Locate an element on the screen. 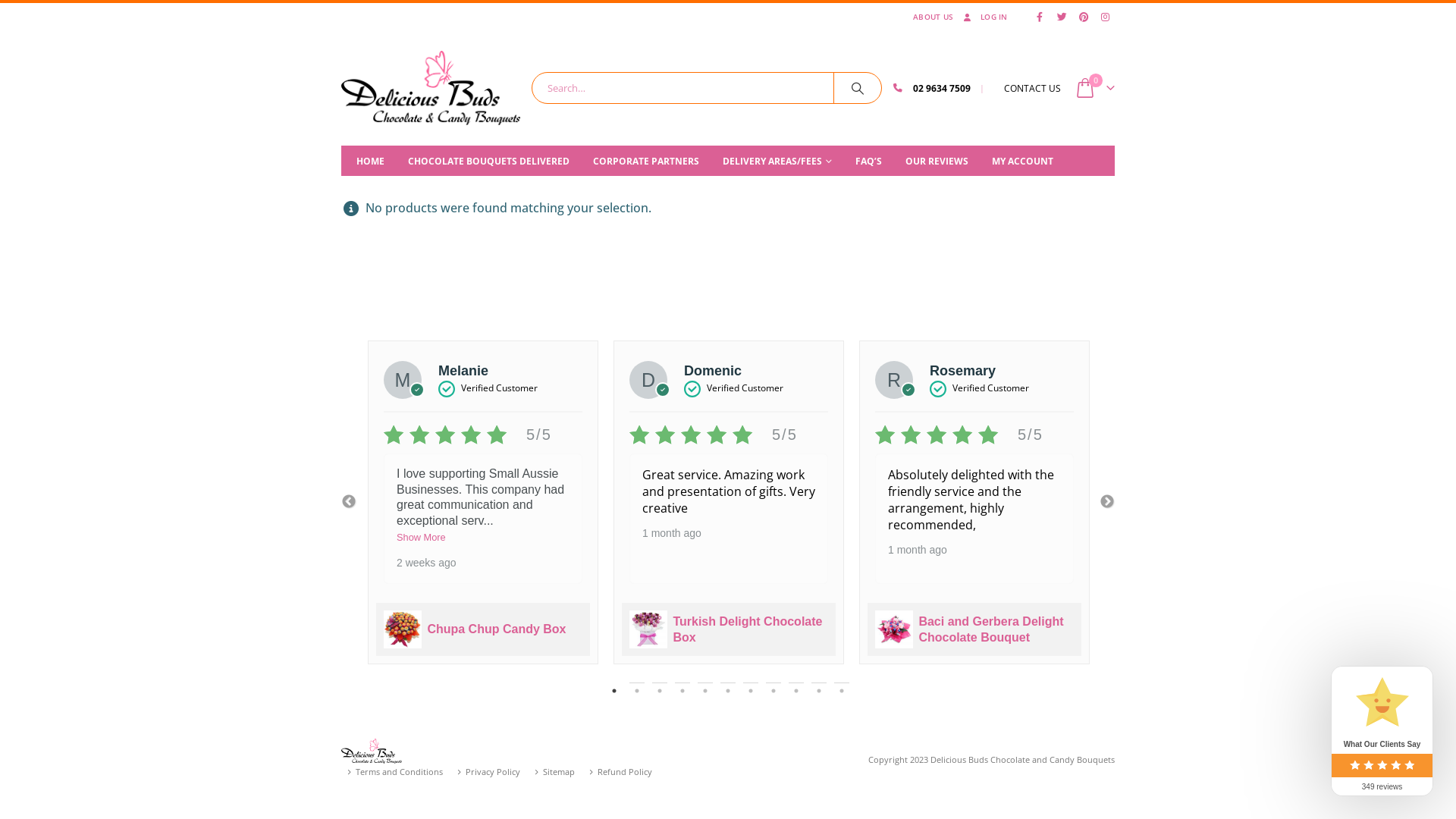 This screenshot has height=819, width=1456. 'Instagram' is located at coordinates (1105, 17).